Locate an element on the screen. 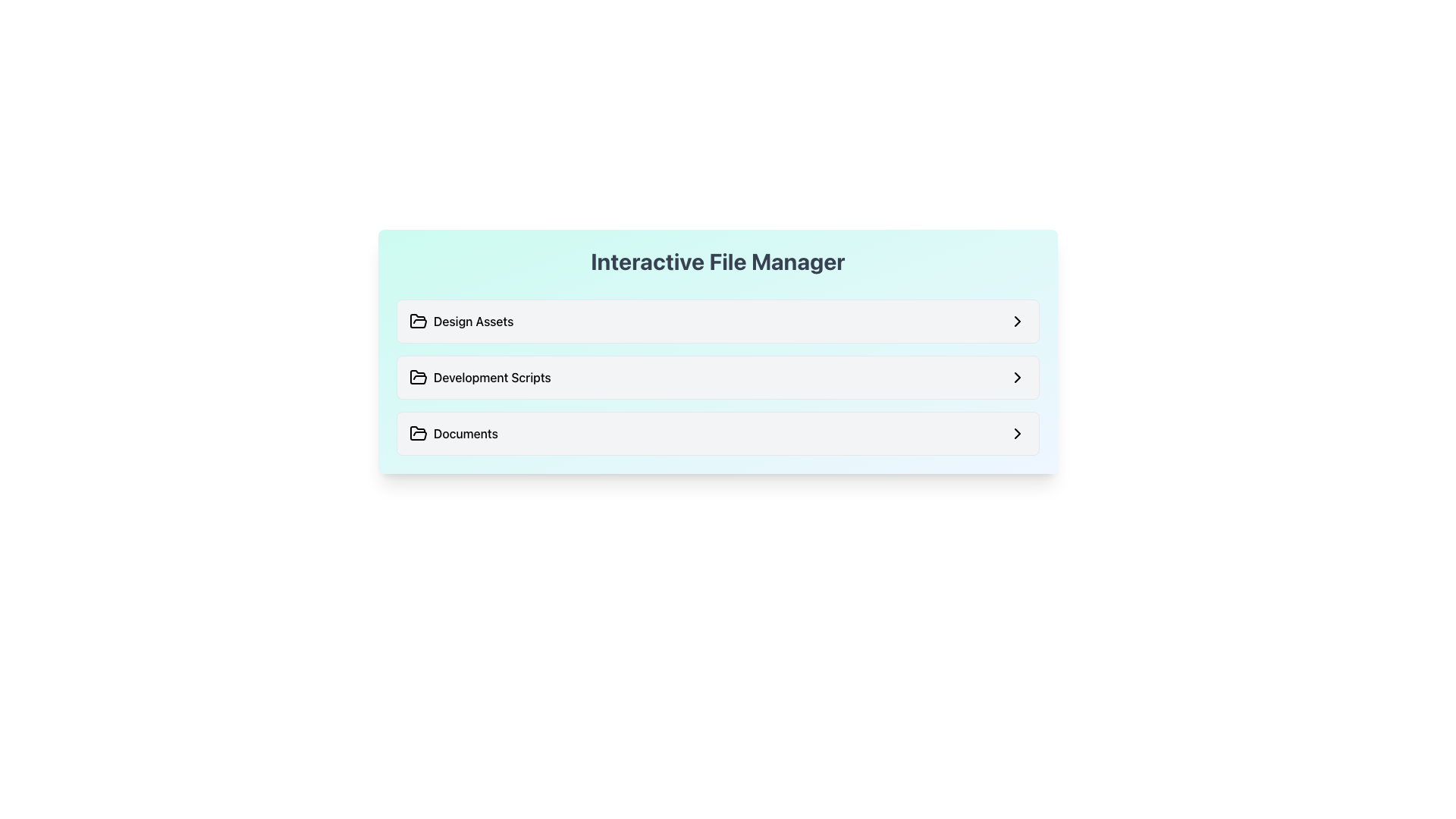 The width and height of the screenshot is (1456, 819). the 'Design Assets' folder icon, which is located to the left of the label text 'Design Assets' in the first row of the list is located at coordinates (419, 321).